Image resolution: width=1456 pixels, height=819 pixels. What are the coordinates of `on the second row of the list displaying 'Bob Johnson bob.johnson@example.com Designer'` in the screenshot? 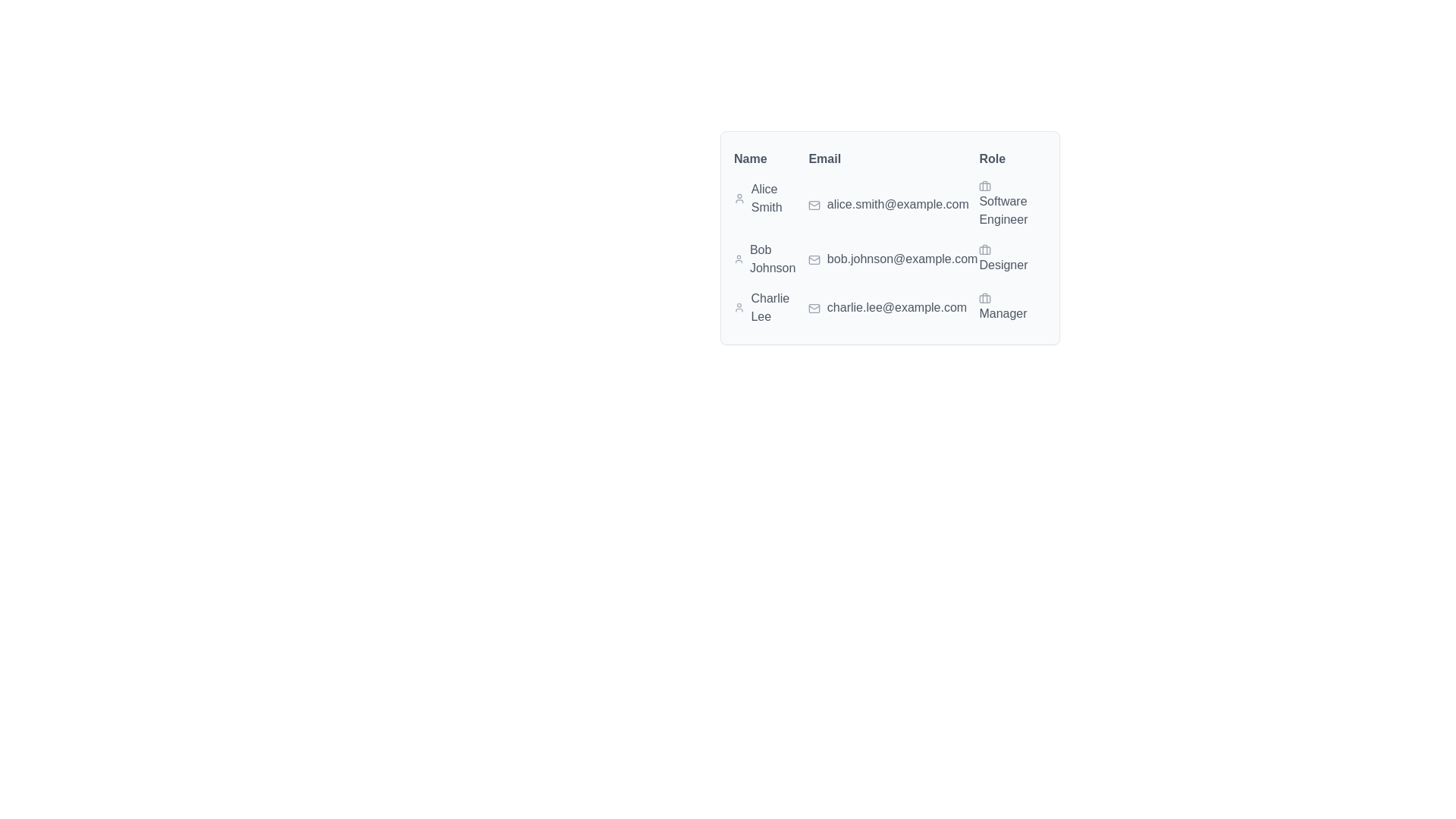 It's located at (890, 259).